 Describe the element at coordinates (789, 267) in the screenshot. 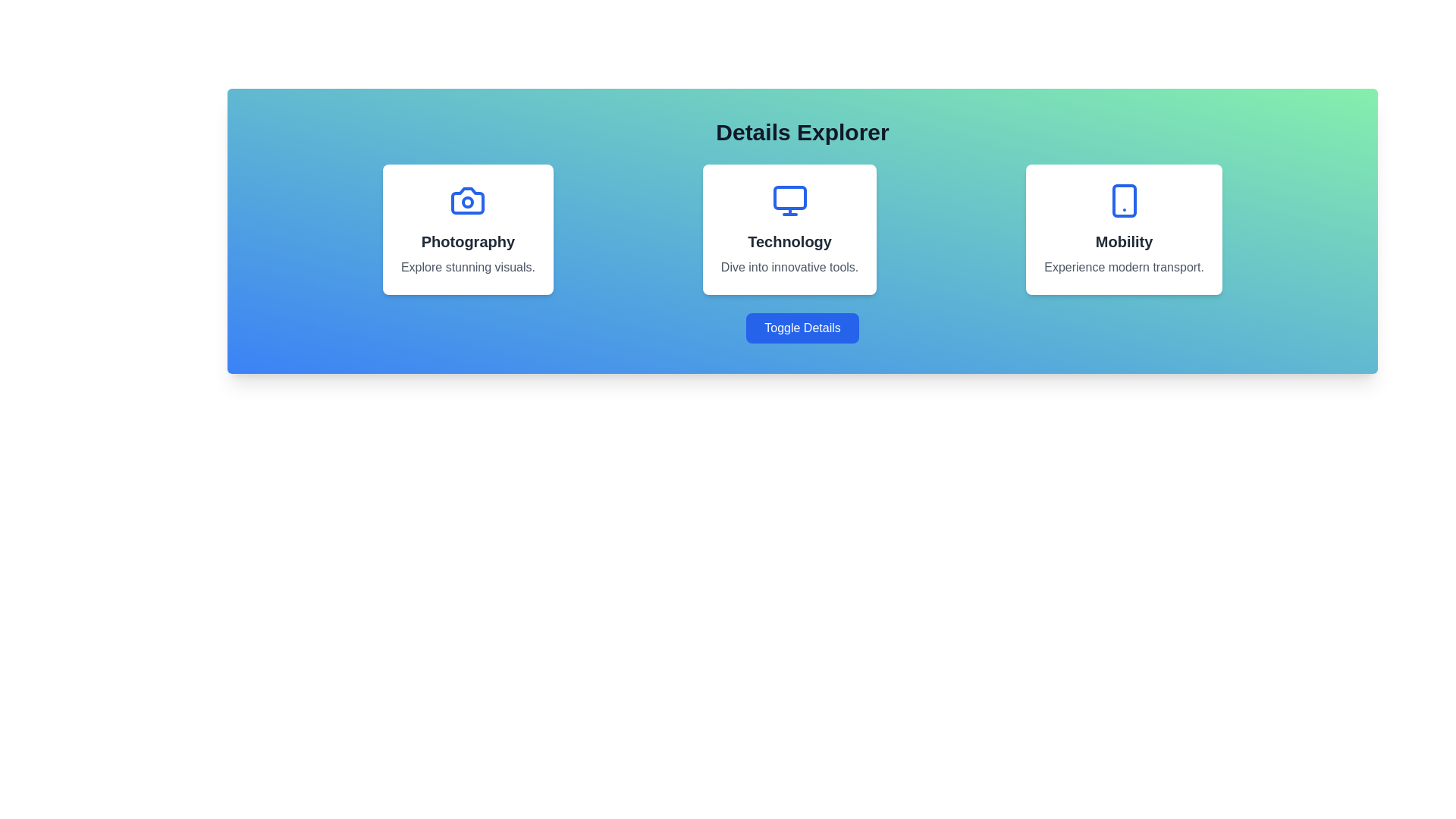

I see `the content of the descriptive text label displaying 'Dive into innovative tools.' located below the heading 'Technology' in the center card of a three-card arrangement` at that location.